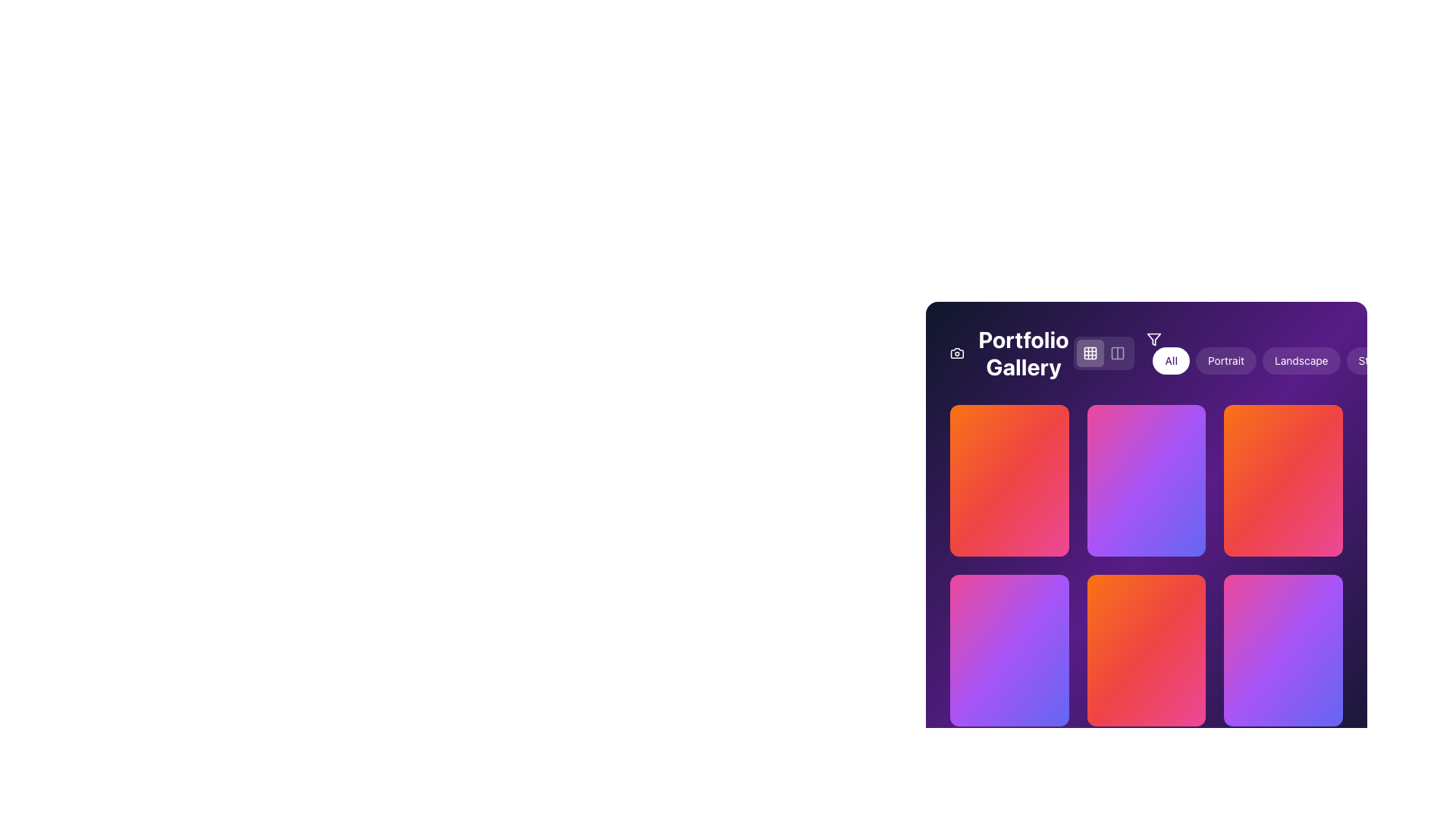 This screenshot has height=819, width=1456. Describe the element at coordinates (1090, 353) in the screenshot. I see `the central SVG rectangle of the 3x3 grid icon, which is adjacent to the 'Portfolio Gallery' text header` at that location.